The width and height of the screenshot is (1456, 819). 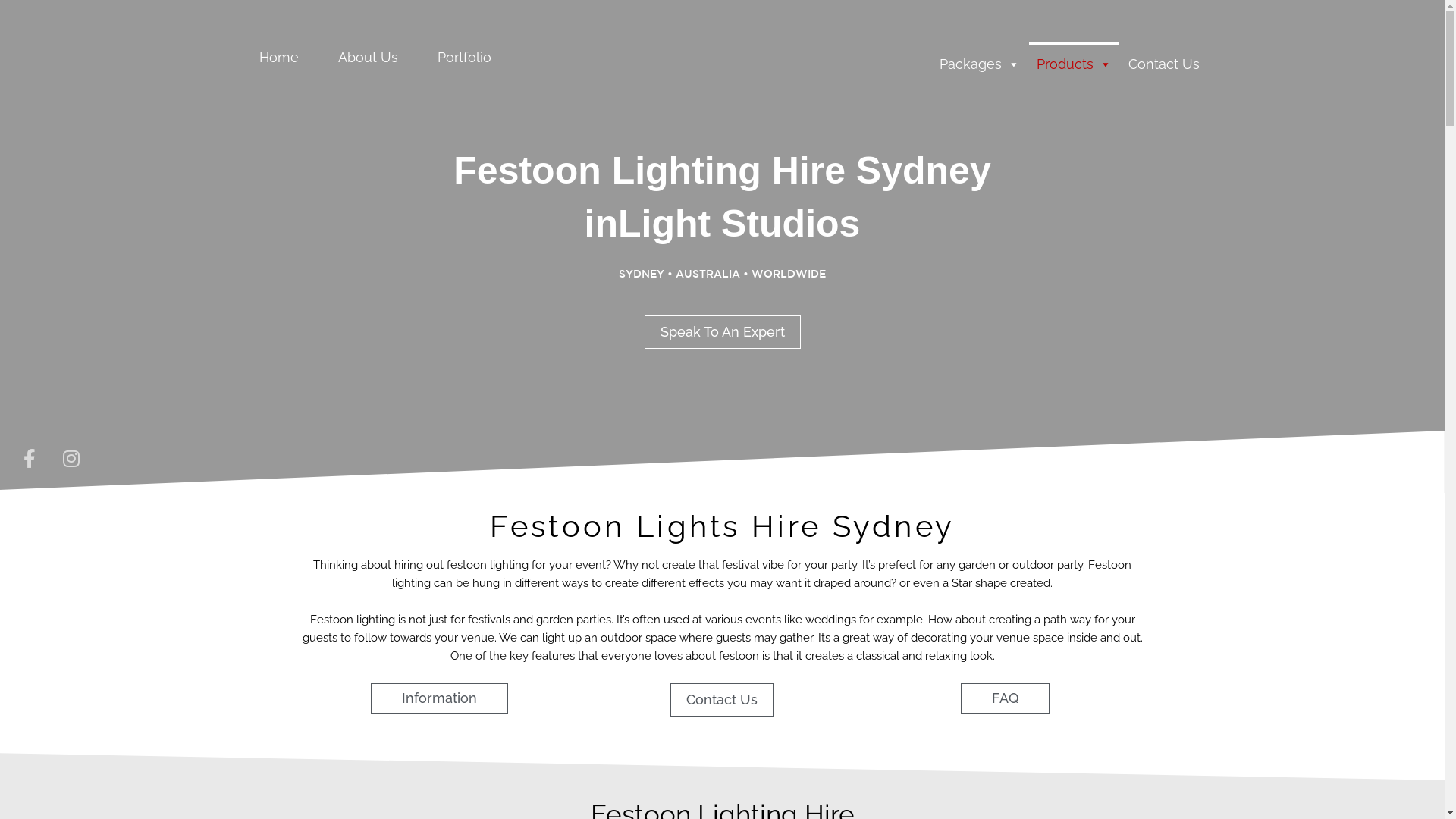 I want to click on 'Facebook-f', so click(x=29, y=458).